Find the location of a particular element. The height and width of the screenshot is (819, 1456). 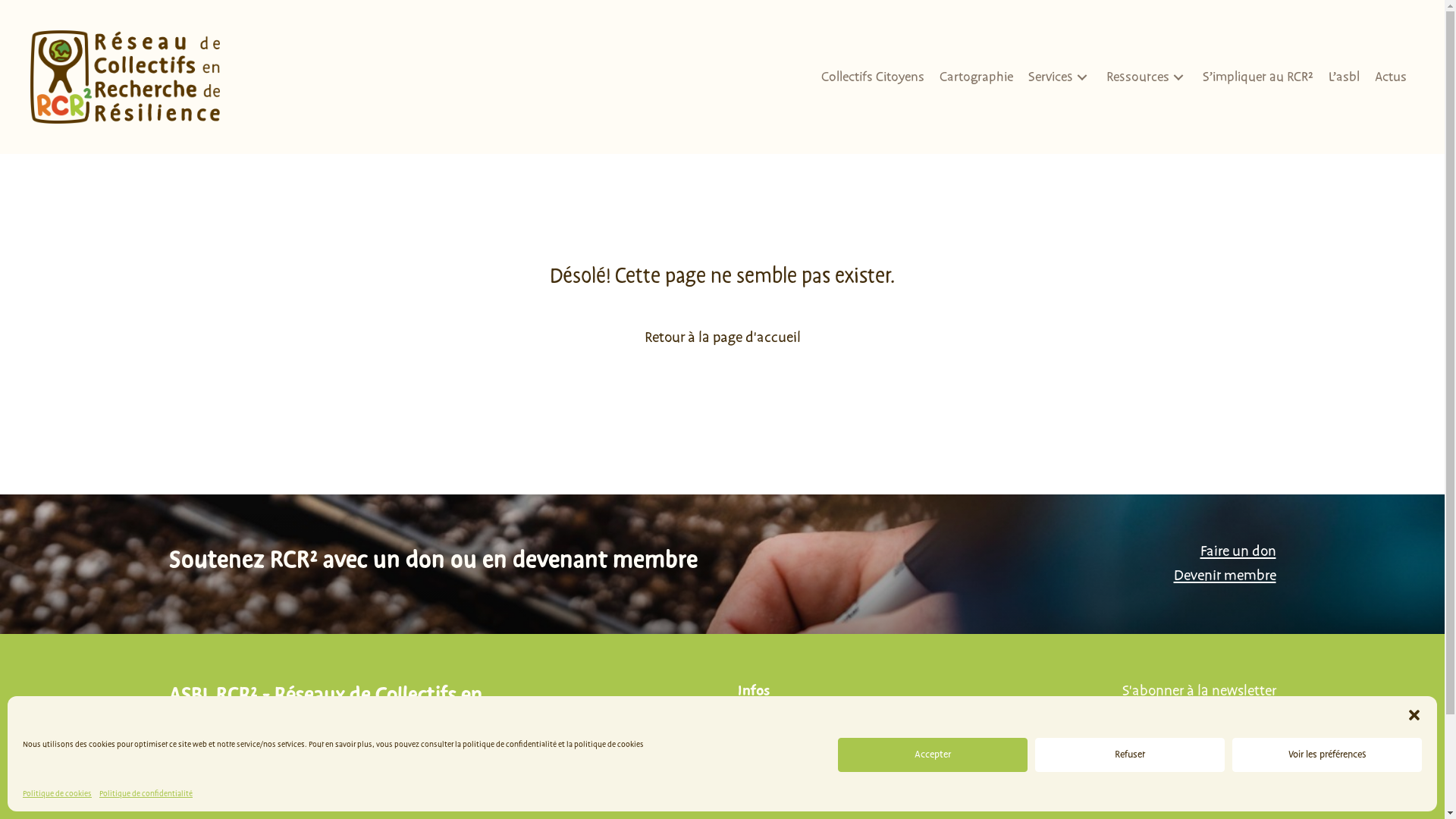

'Services' is located at coordinates (1059, 77).